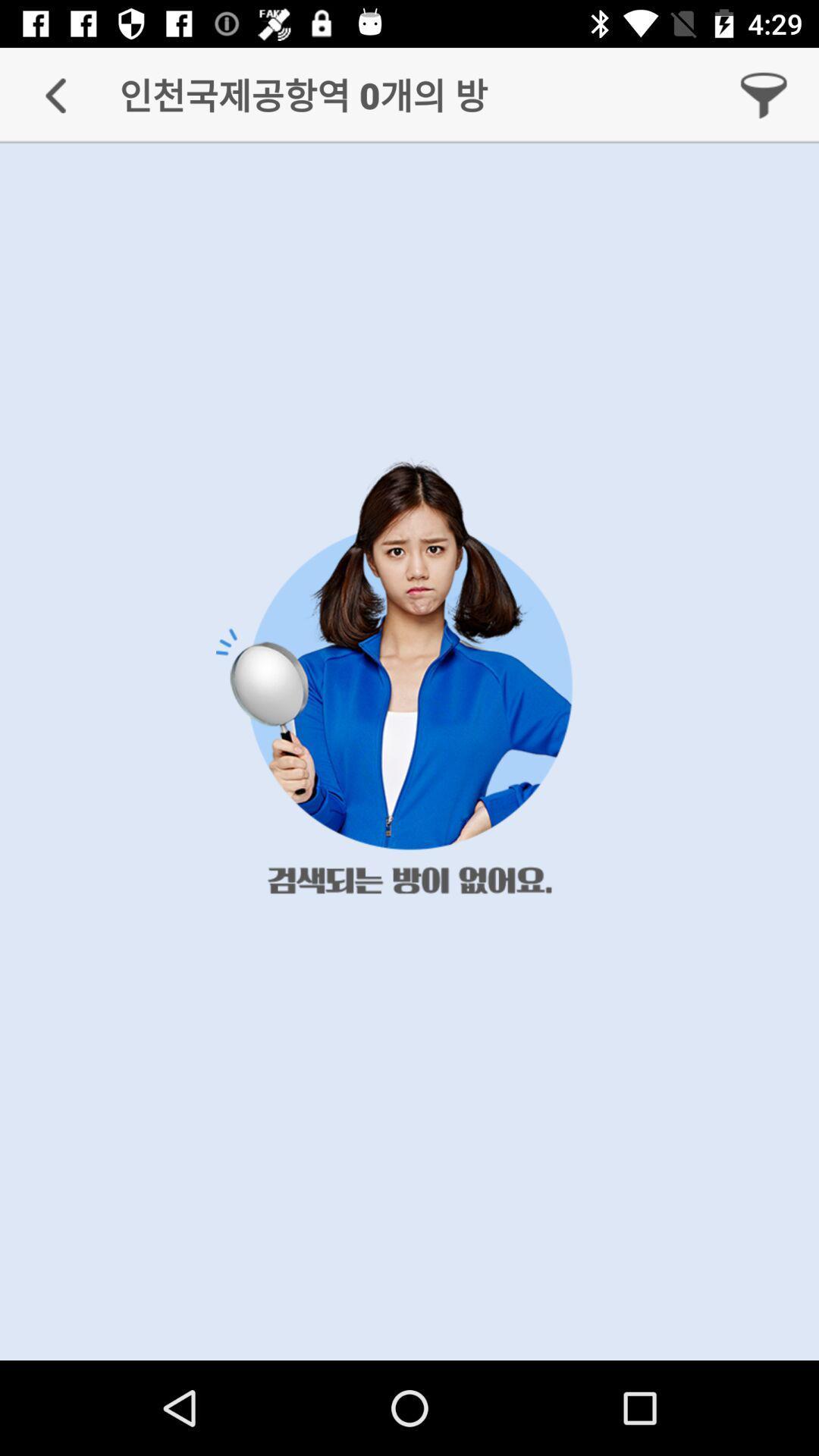 This screenshot has width=819, height=1456. Describe the element at coordinates (55, 94) in the screenshot. I see `item at the top left corner` at that location.